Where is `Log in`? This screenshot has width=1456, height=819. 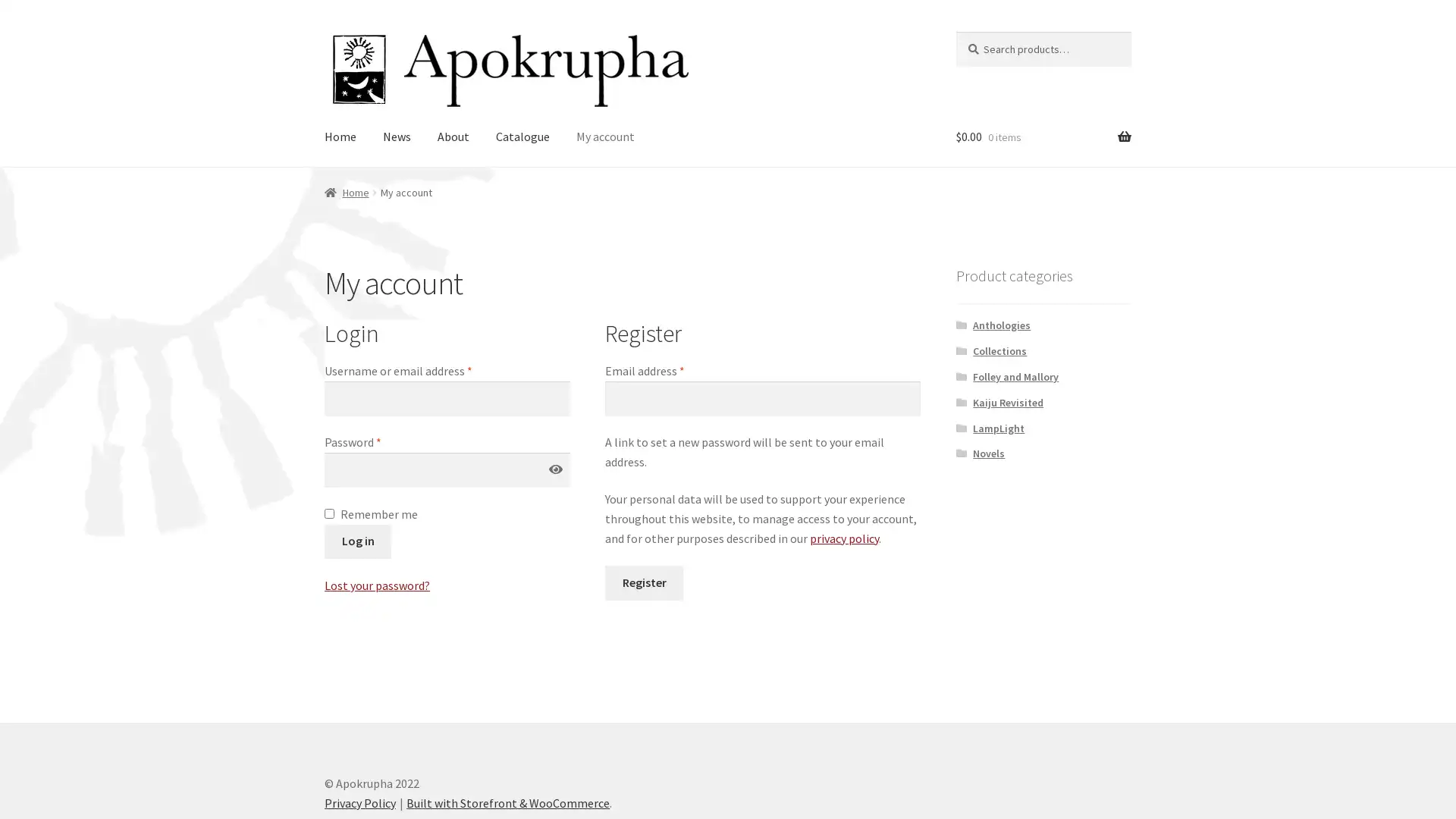
Log in is located at coordinates (356, 540).